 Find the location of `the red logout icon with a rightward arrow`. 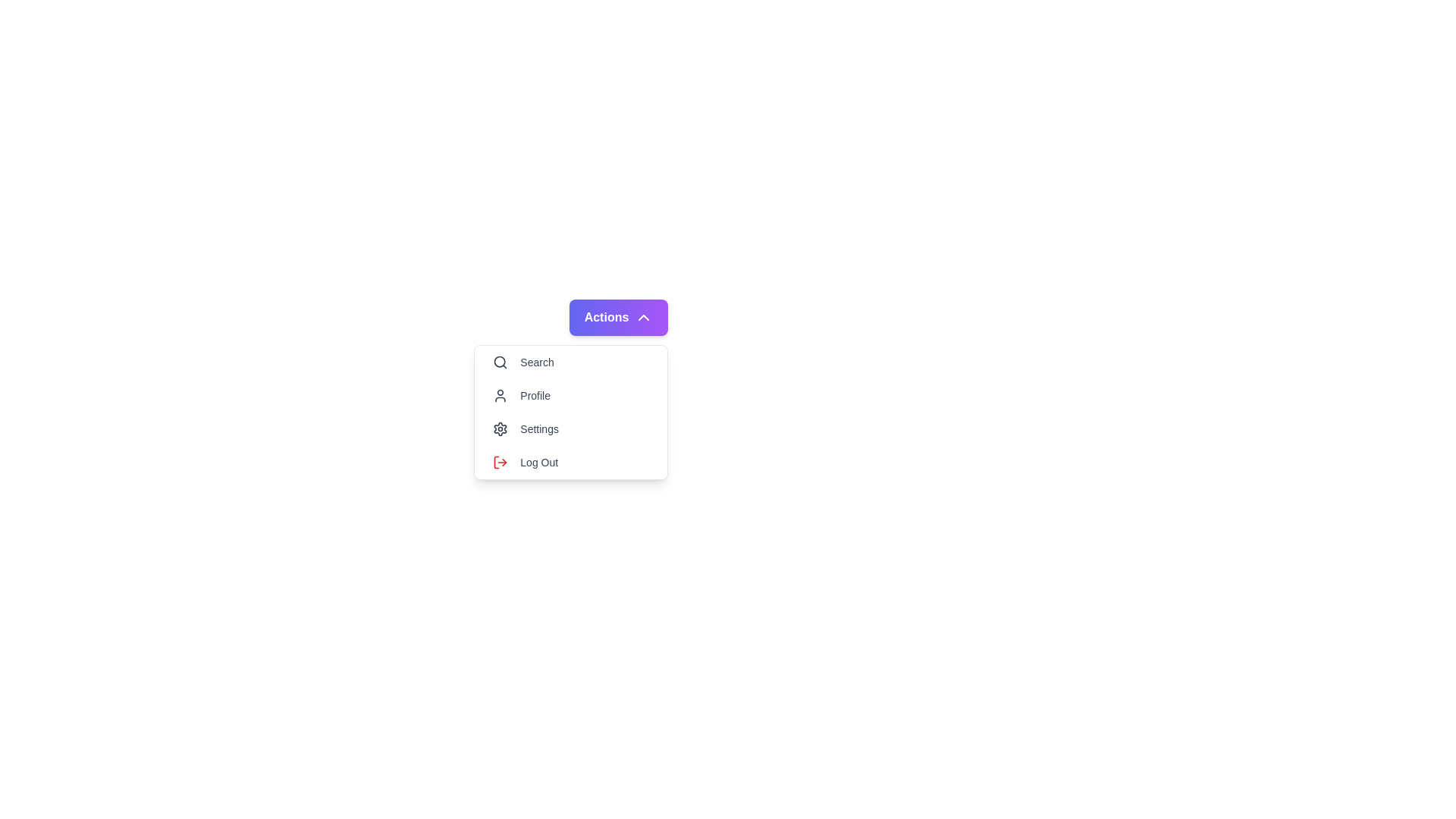

the red logout icon with a rightward arrow is located at coordinates (500, 461).